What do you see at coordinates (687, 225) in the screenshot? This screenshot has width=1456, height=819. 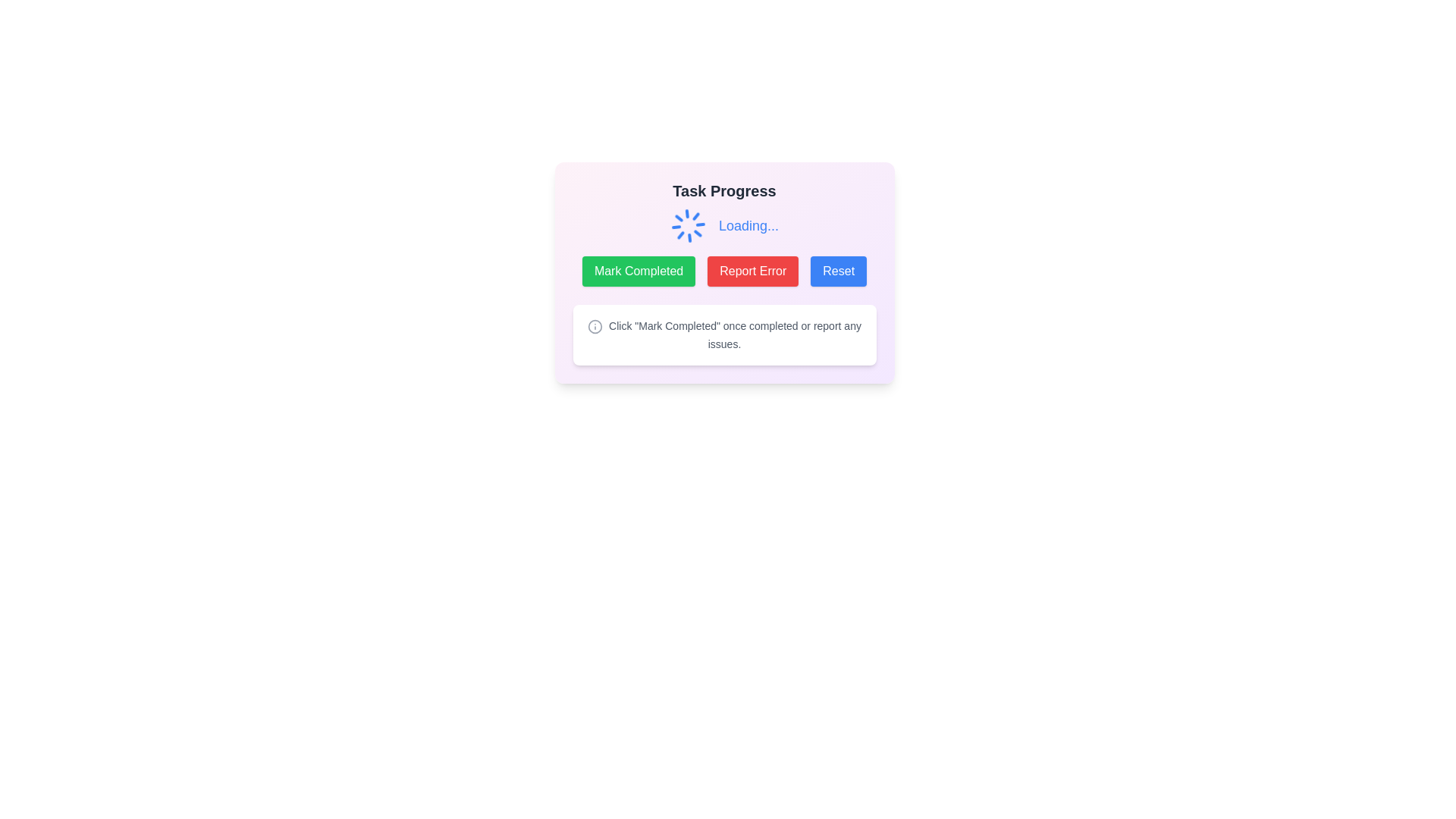 I see `the SVG spinner located to the left of the 'Loading...' text, which indicates an ongoing process within the application` at bounding box center [687, 225].